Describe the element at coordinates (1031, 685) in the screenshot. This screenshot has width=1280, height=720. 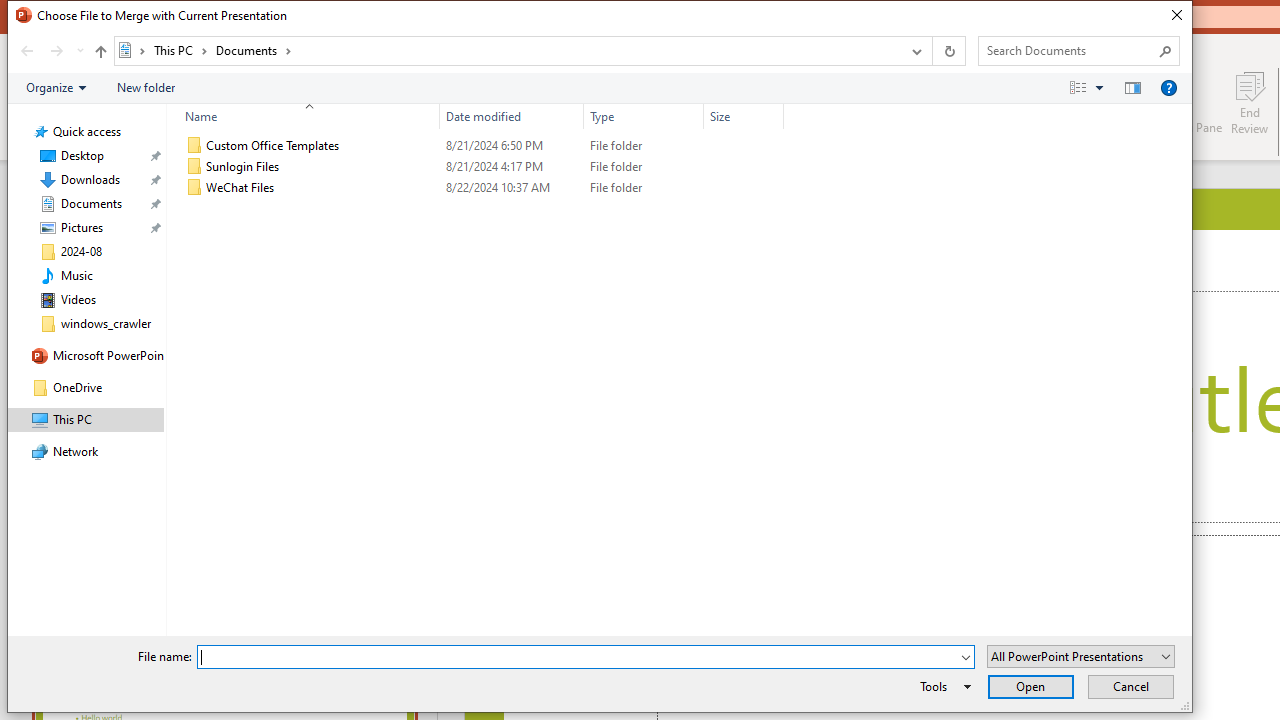
I see `'Open'` at that location.